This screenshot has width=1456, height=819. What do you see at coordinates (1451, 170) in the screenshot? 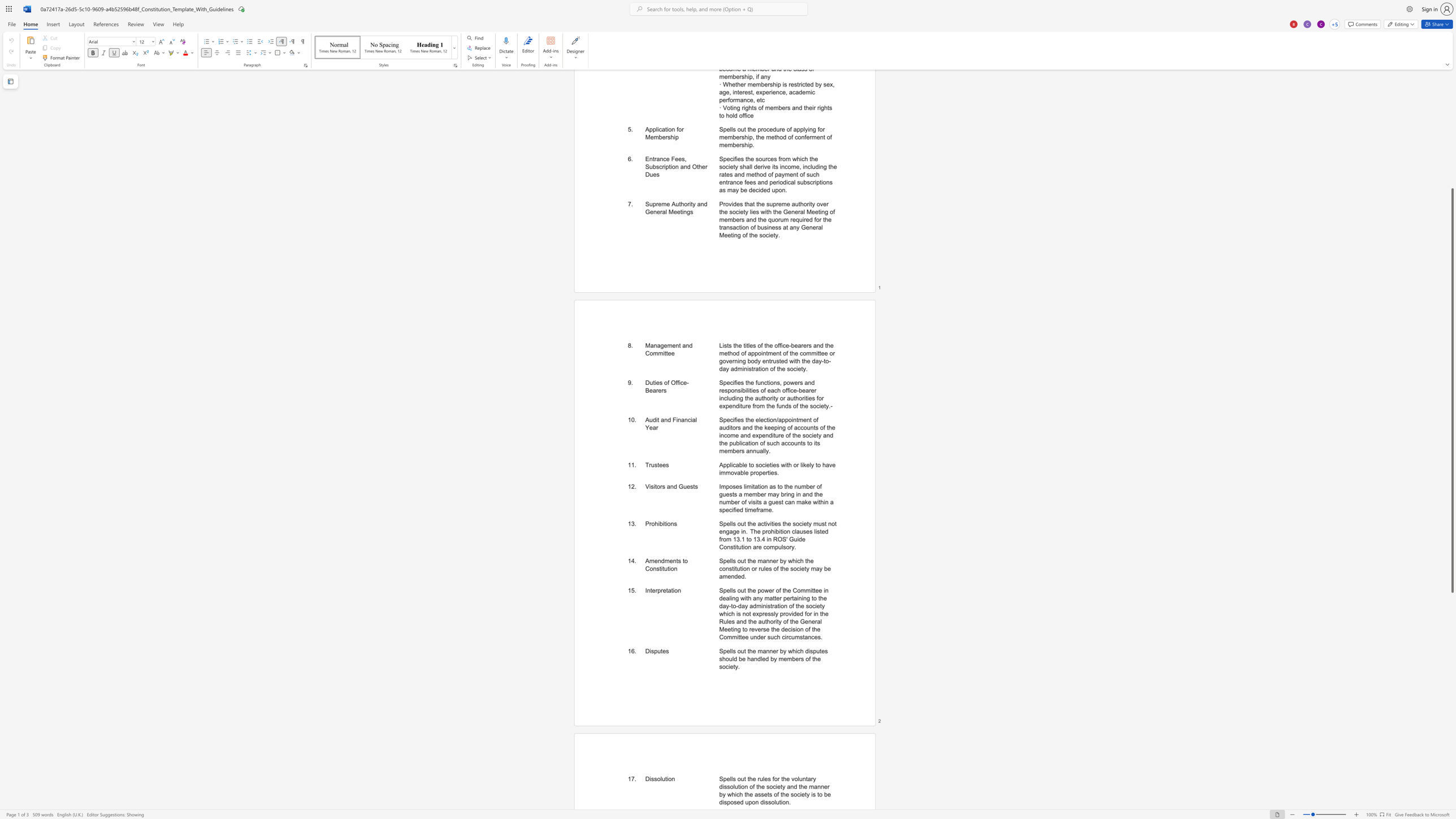
I see `the scrollbar on the right side to scroll the page up` at bounding box center [1451, 170].